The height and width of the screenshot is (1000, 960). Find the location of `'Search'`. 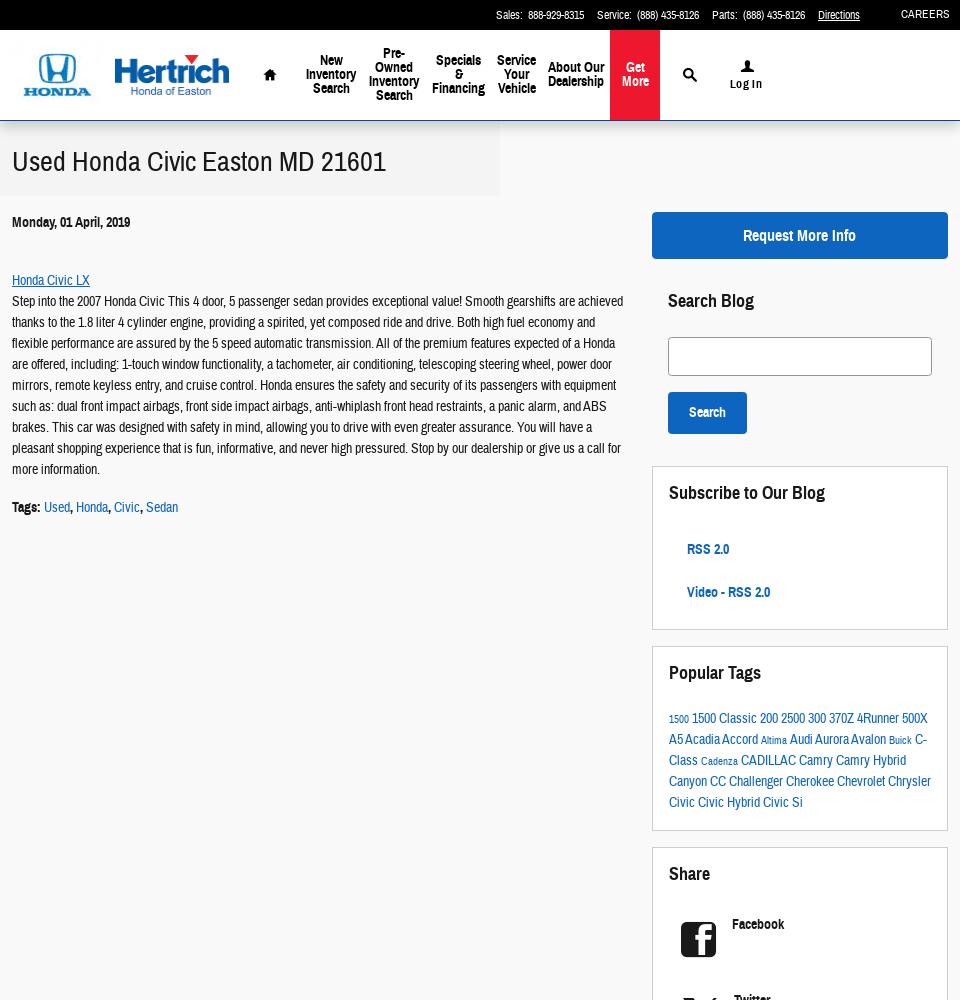

'Search' is located at coordinates (707, 412).